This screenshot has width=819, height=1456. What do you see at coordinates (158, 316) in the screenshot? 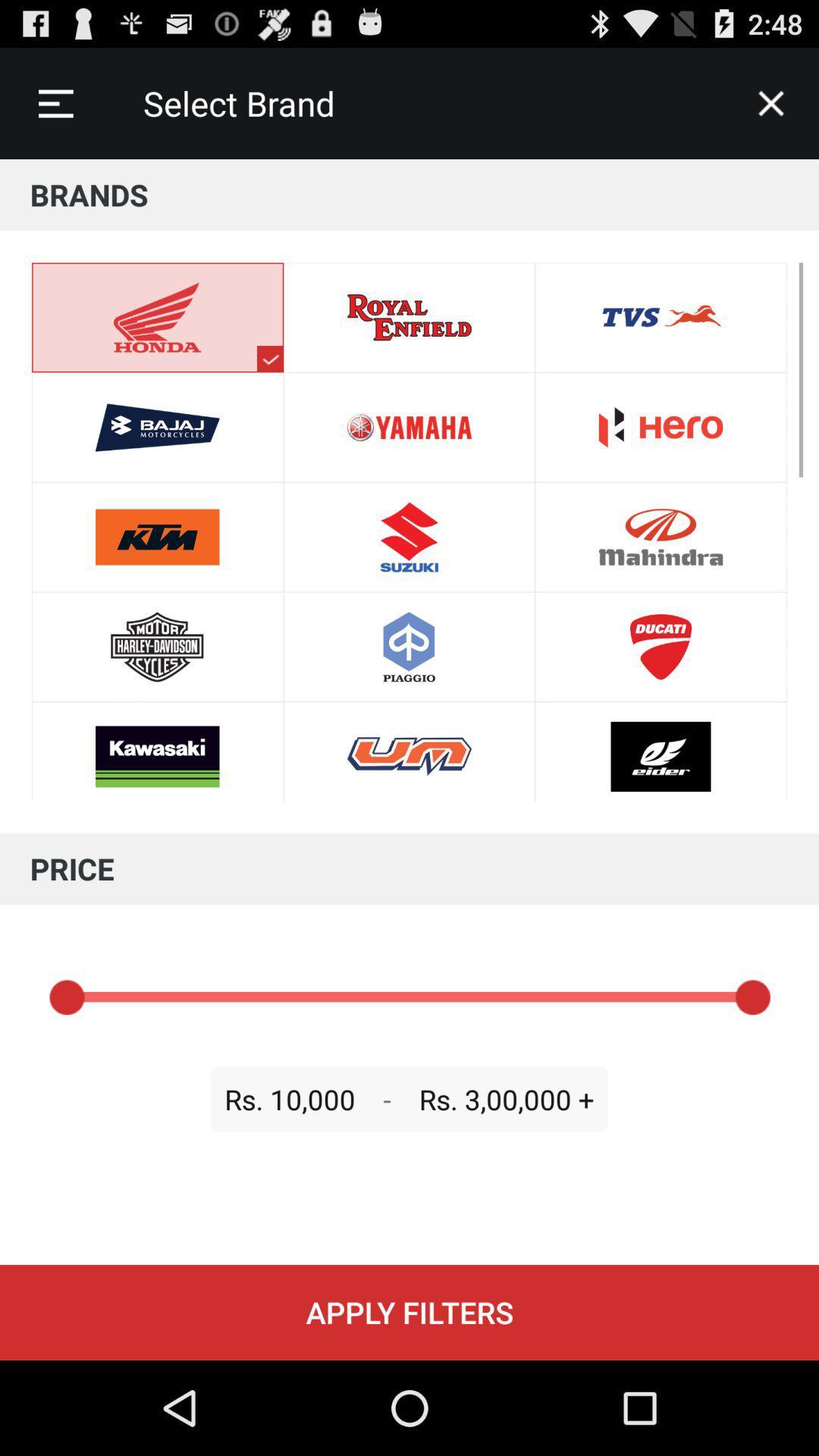
I see `the honda symbol at the top left of the page` at bounding box center [158, 316].